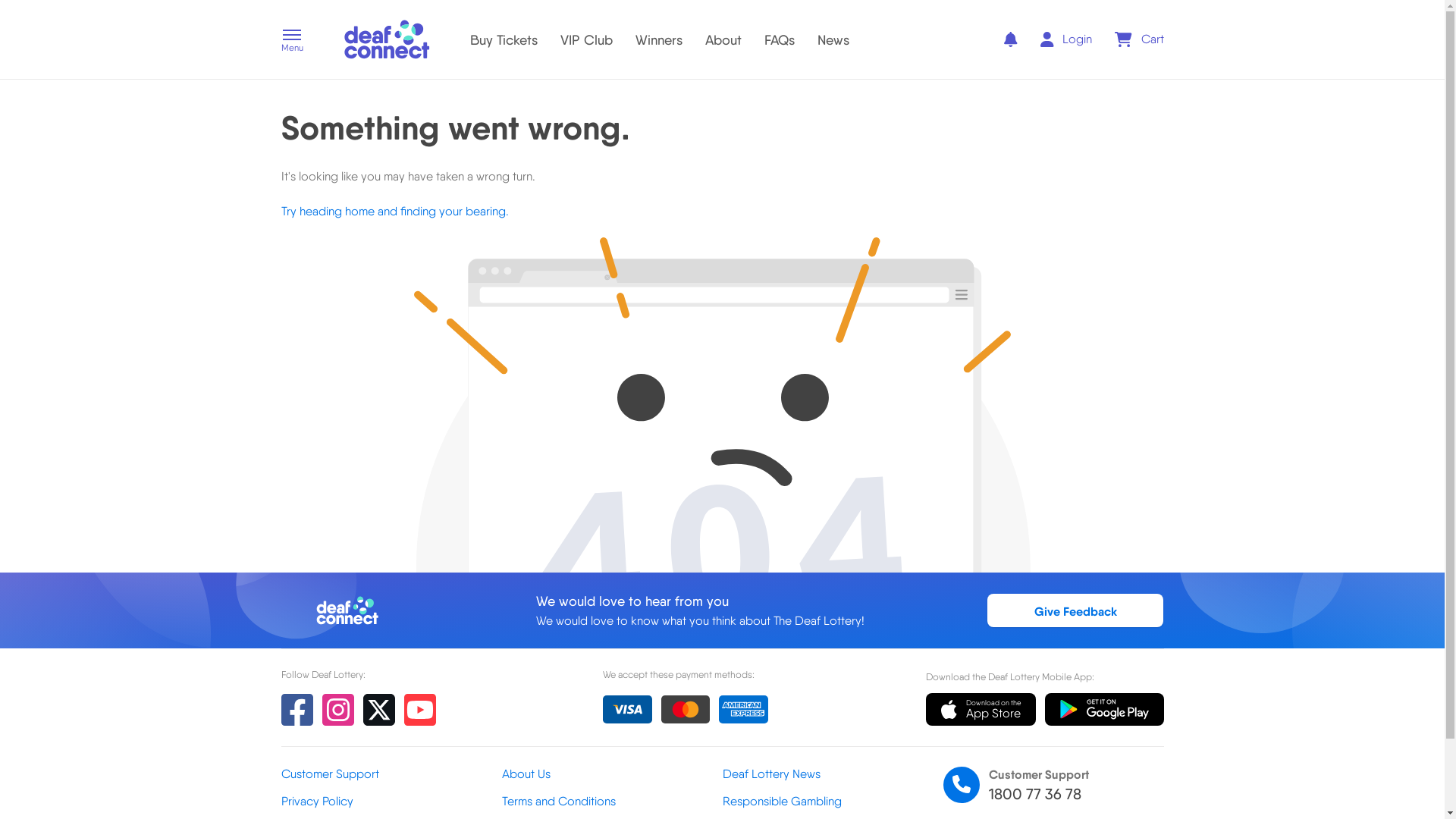 Image resolution: width=1456 pixels, height=819 pixels. I want to click on 'VIP Club', so click(559, 38).